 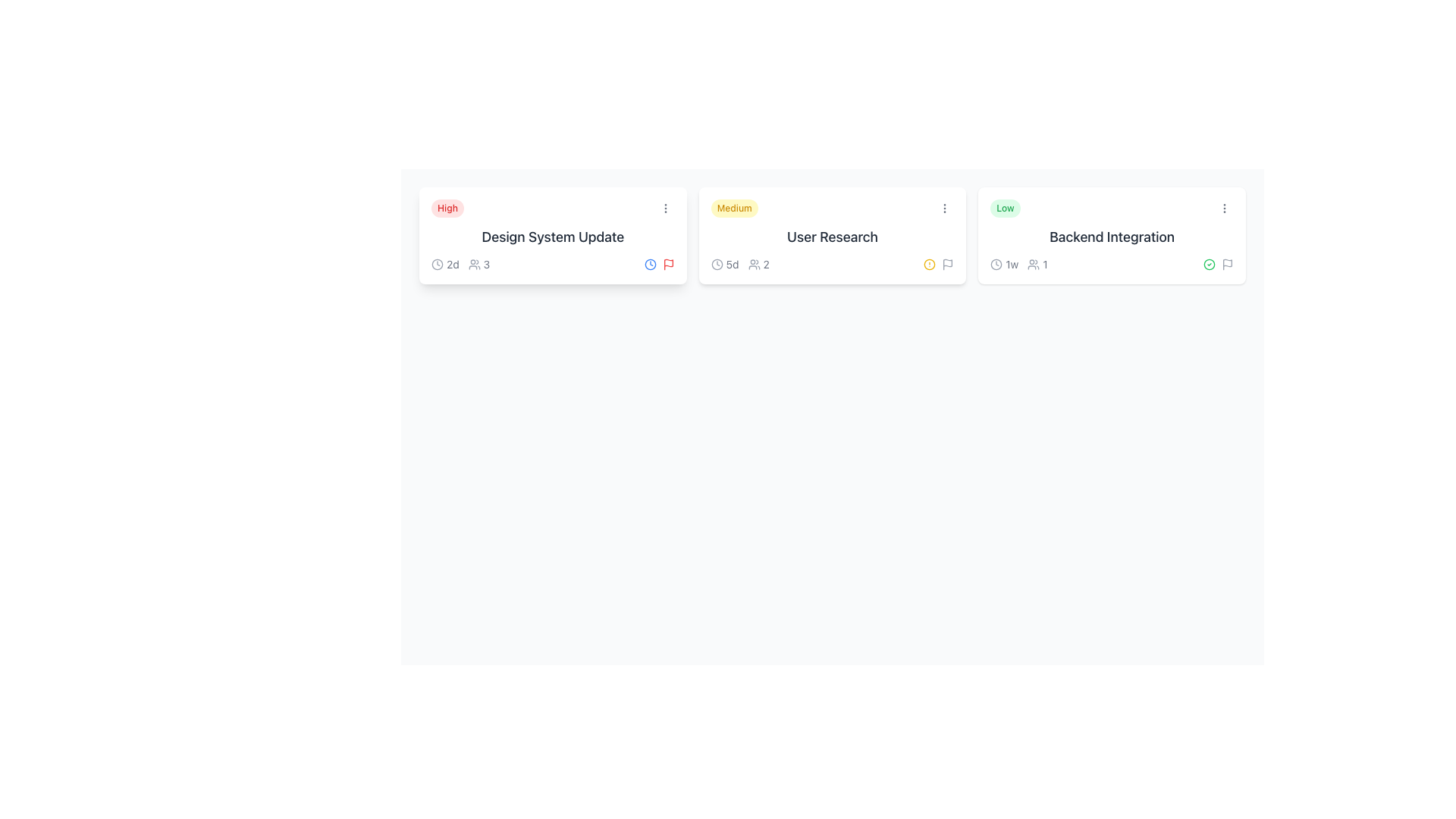 What do you see at coordinates (1112, 237) in the screenshot?
I see `the static text element displaying 'Backend Integration', which is located near the top center of the rightmost card in a grid layout` at bounding box center [1112, 237].